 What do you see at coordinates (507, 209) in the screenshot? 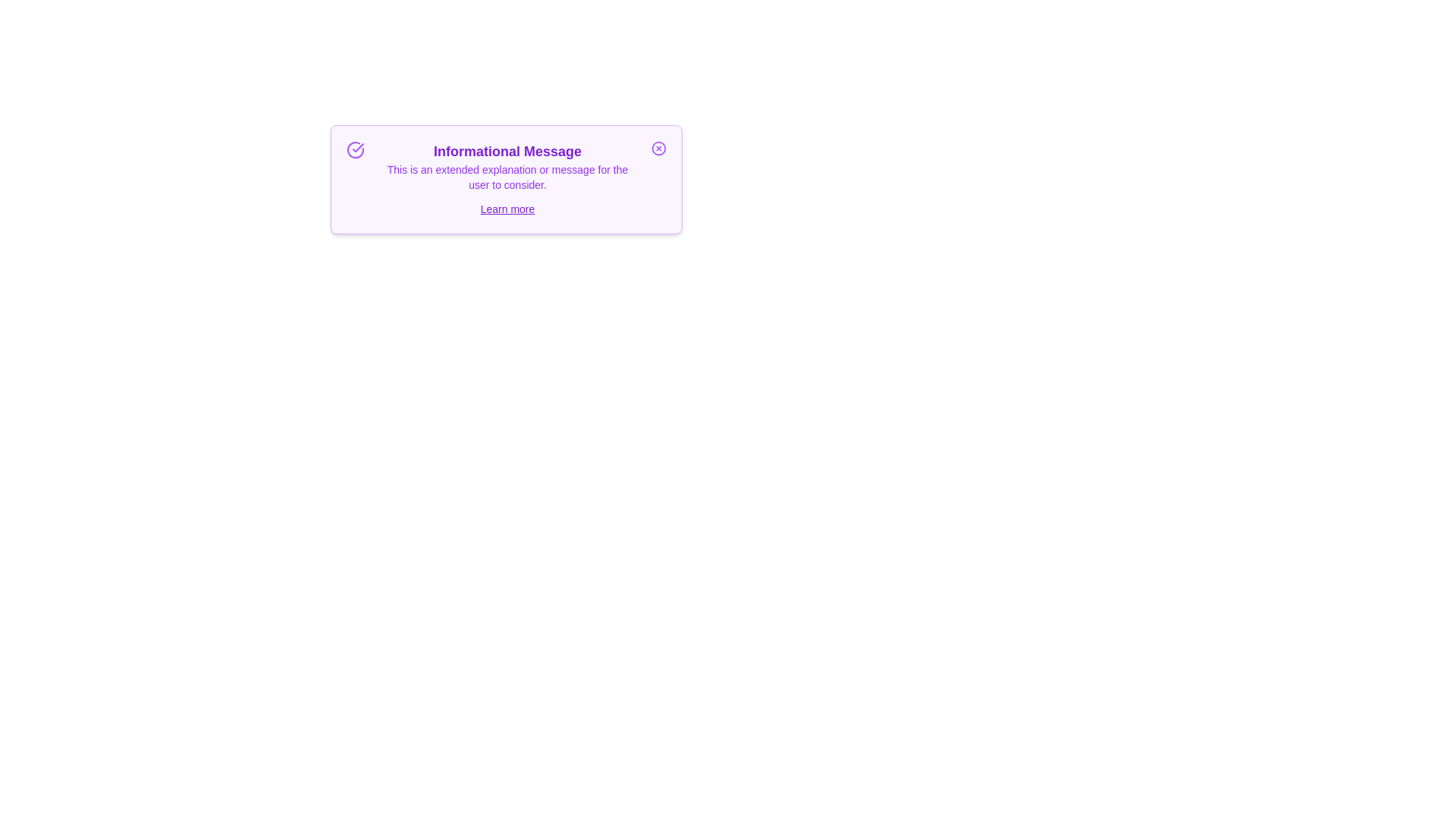
I see `the 'Learn more' link to display additional information` at bounding box center [507, 209].